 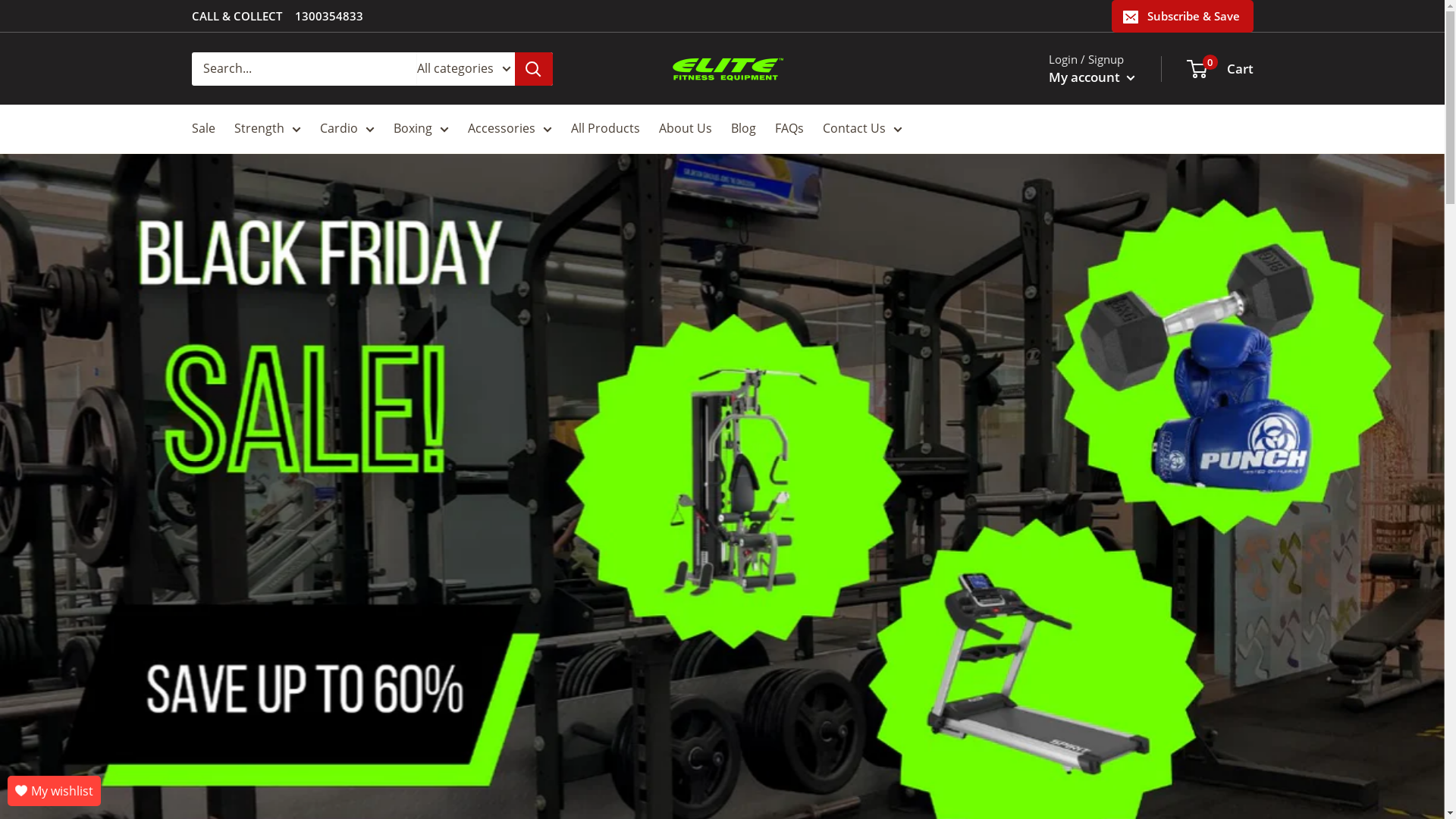 I want to click on 'All Products', so click(x=604, y=127).